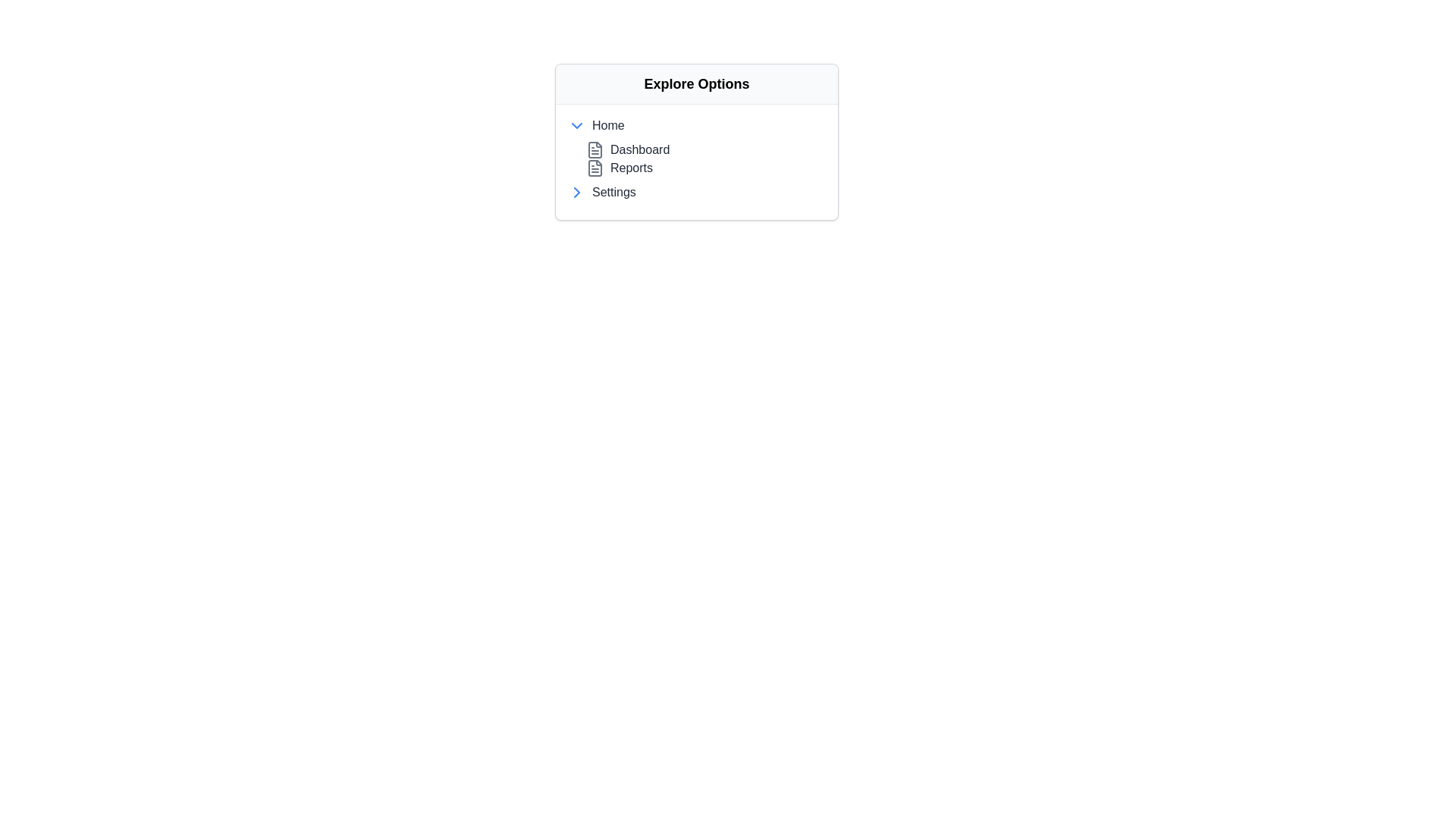  I want to click on the 'Reports' menu item located below the 'Dashboard' link in the sidebar navigation under 'Explore Options', so click(705, 168).